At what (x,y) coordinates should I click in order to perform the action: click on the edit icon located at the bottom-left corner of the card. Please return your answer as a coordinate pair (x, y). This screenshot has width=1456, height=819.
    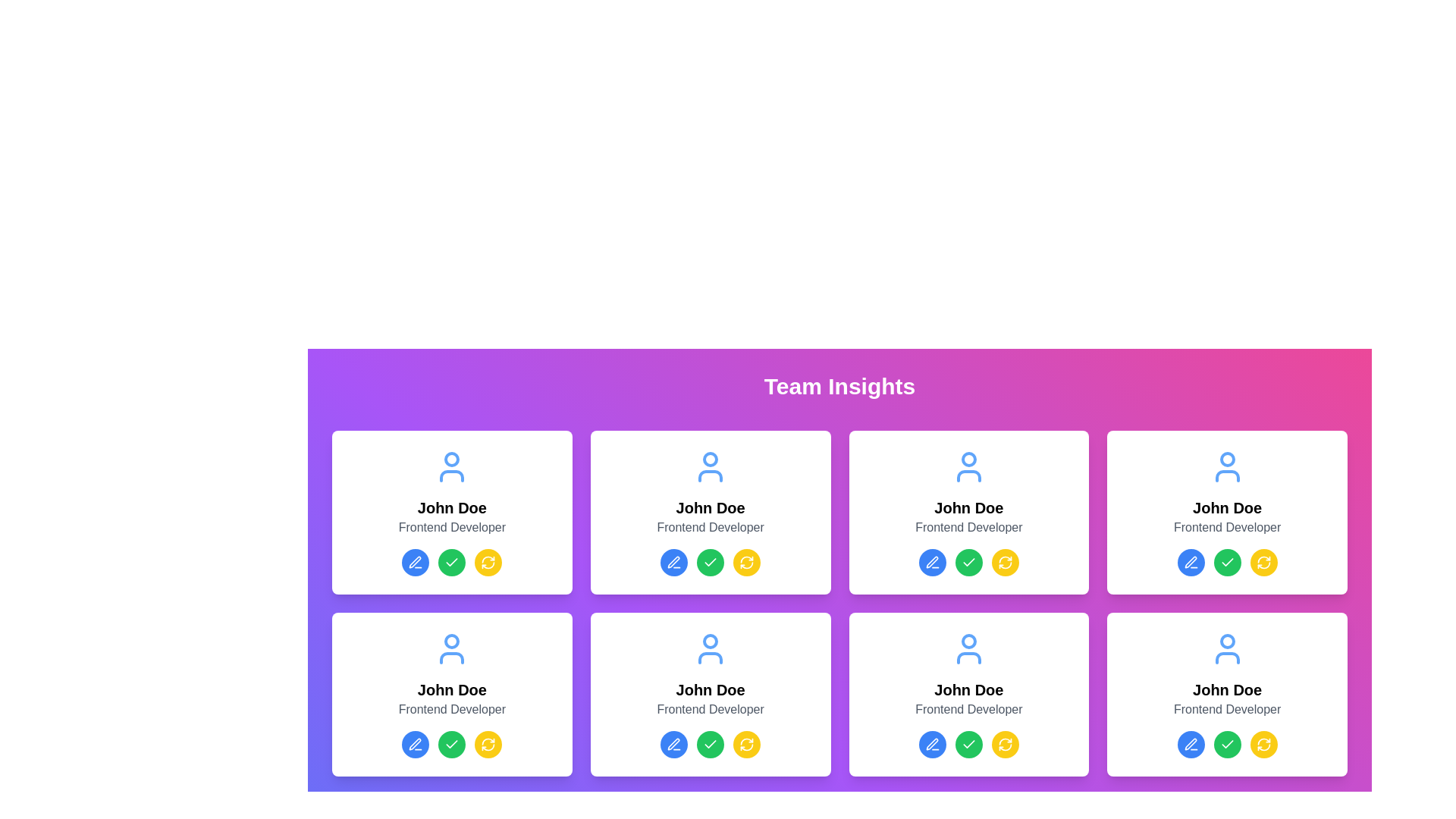
    Looking at the image, I should click on (415, 562).